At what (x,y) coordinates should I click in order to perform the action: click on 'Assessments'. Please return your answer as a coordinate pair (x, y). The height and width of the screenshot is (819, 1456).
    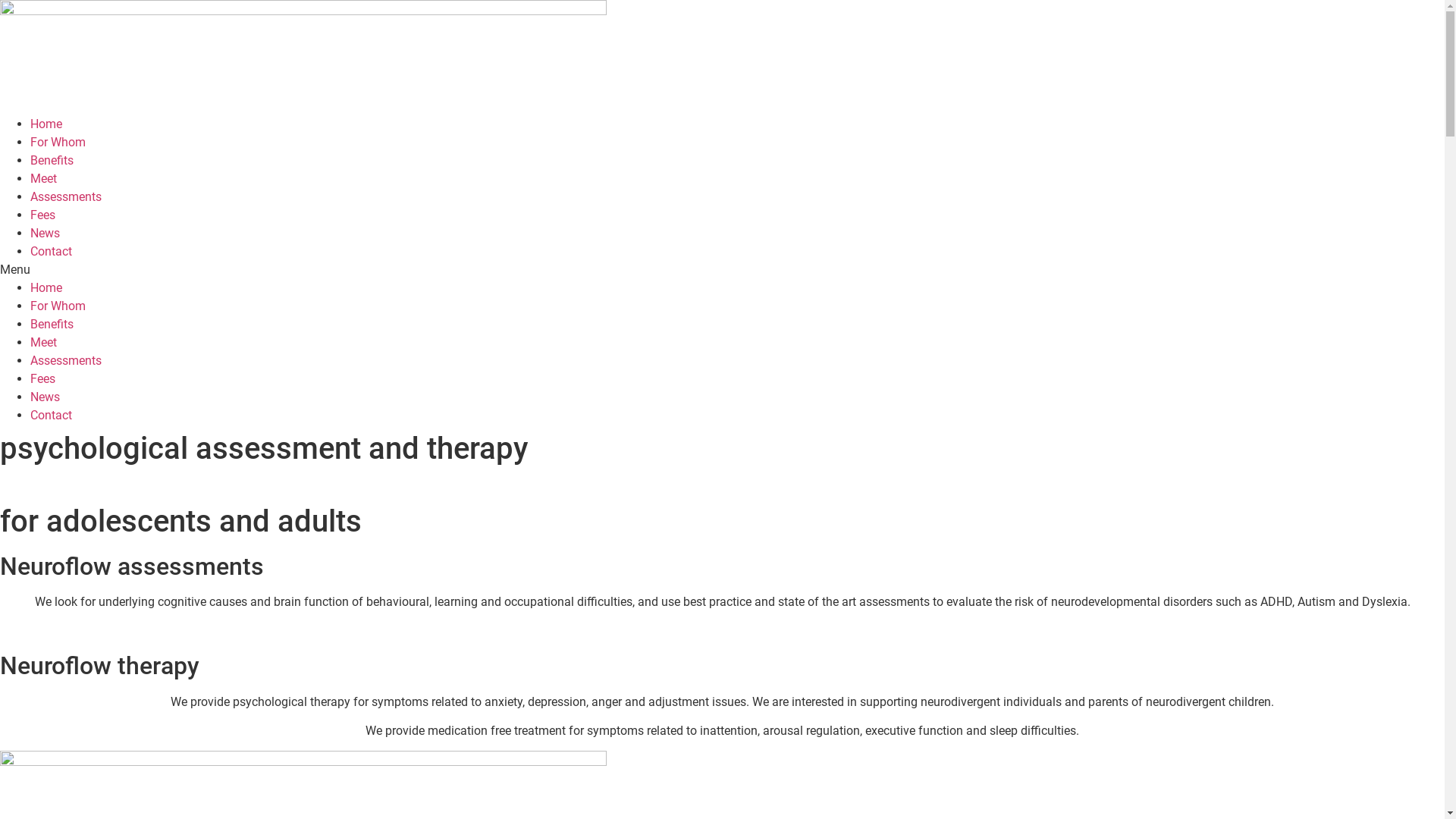
    Looking at the image, I should click on (64, 196).